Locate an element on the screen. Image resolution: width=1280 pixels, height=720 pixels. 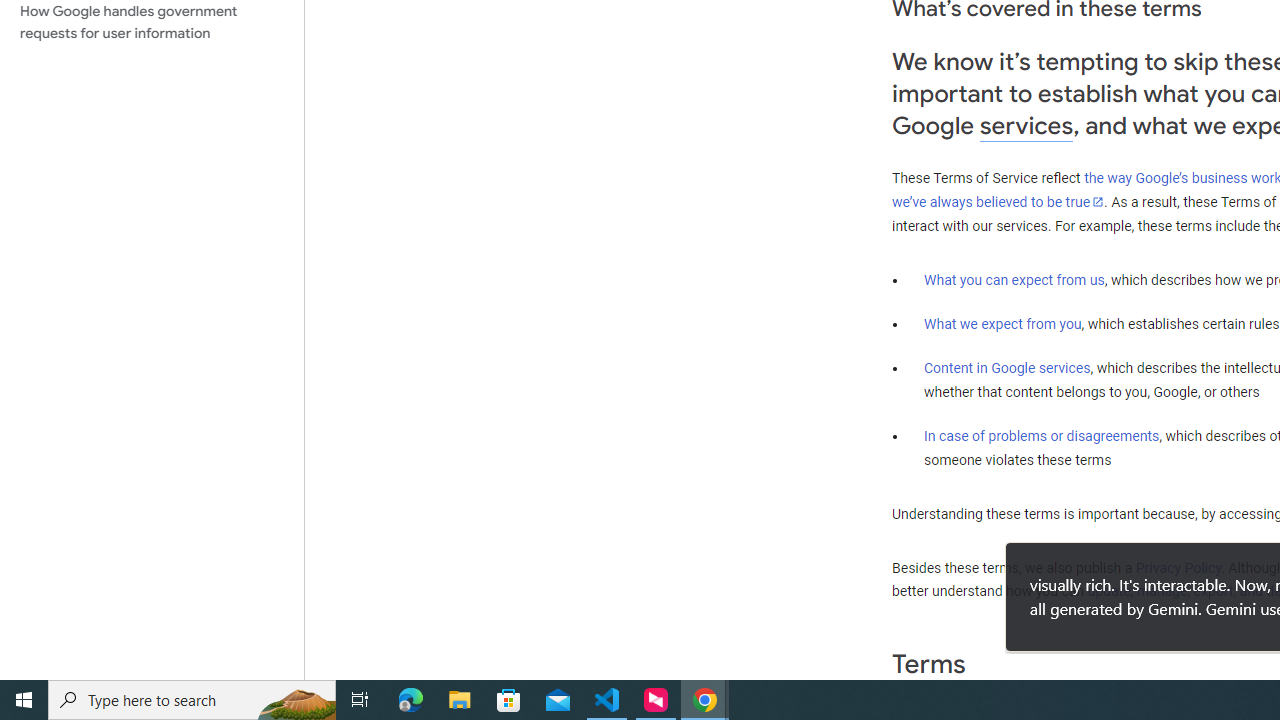
'Content in Google services' is located at coordinates (1007, 368).